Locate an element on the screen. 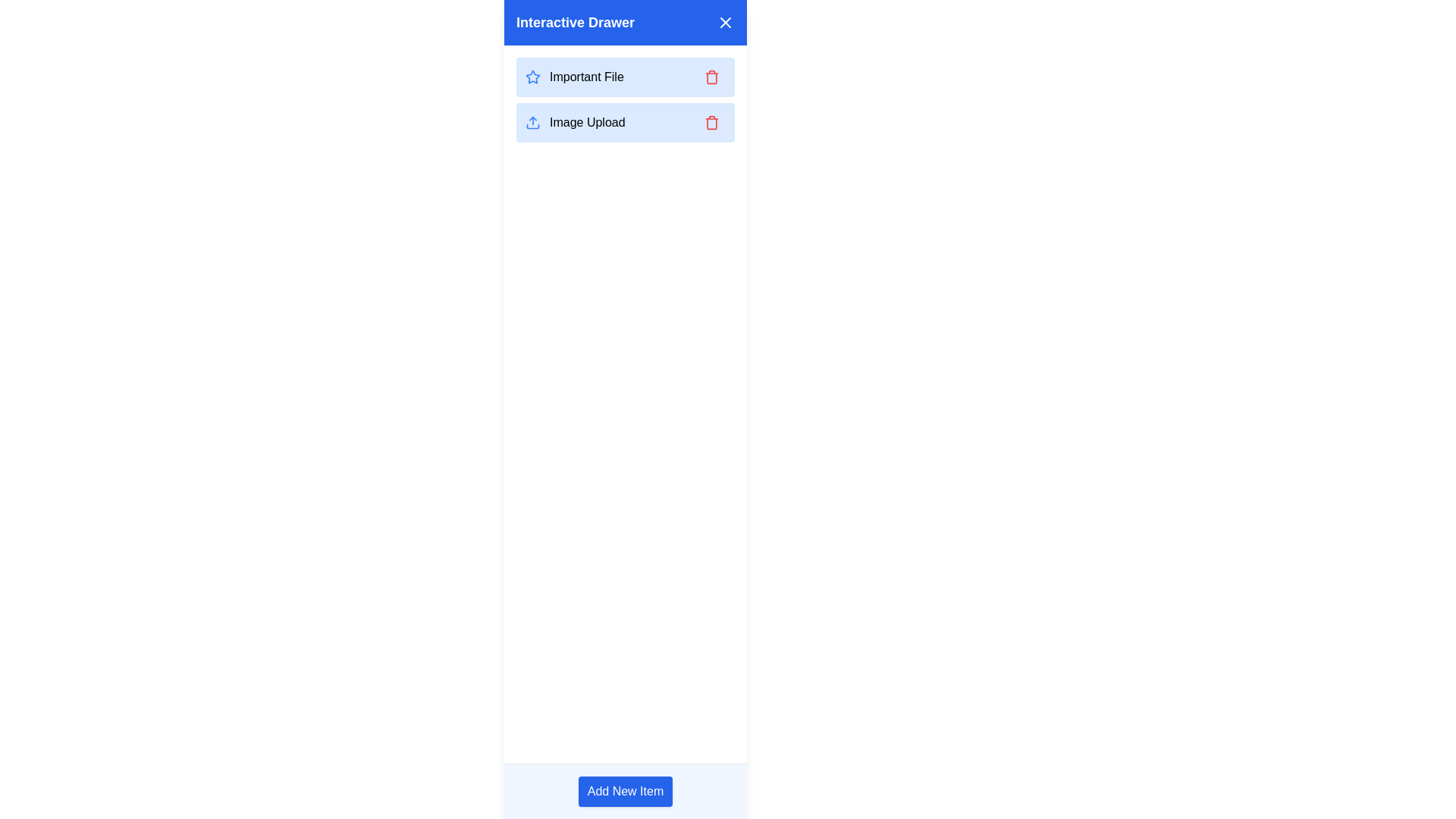 This screenshot has height=819, width=1456. the button with an icon and text label located beneath the 'Important File' entry in the interactive drawer to initiate the image uploading process is located at coordinates (574, 122).